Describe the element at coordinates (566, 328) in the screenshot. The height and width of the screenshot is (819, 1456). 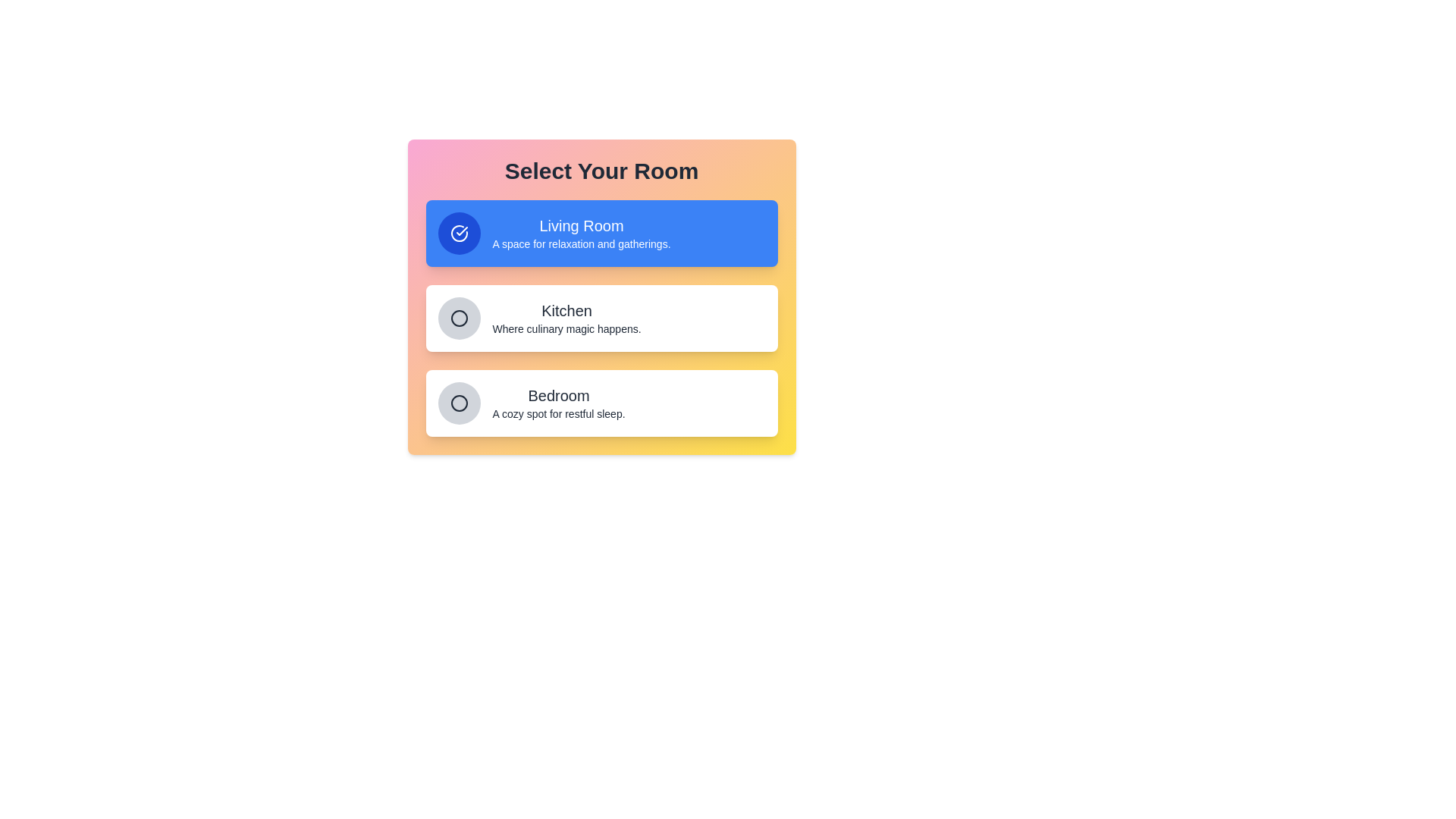
I see `text 'Where culinary magic happens.' displayed in a small font size below the 'Kitchen' label within the second selectable room option panel` at that location.